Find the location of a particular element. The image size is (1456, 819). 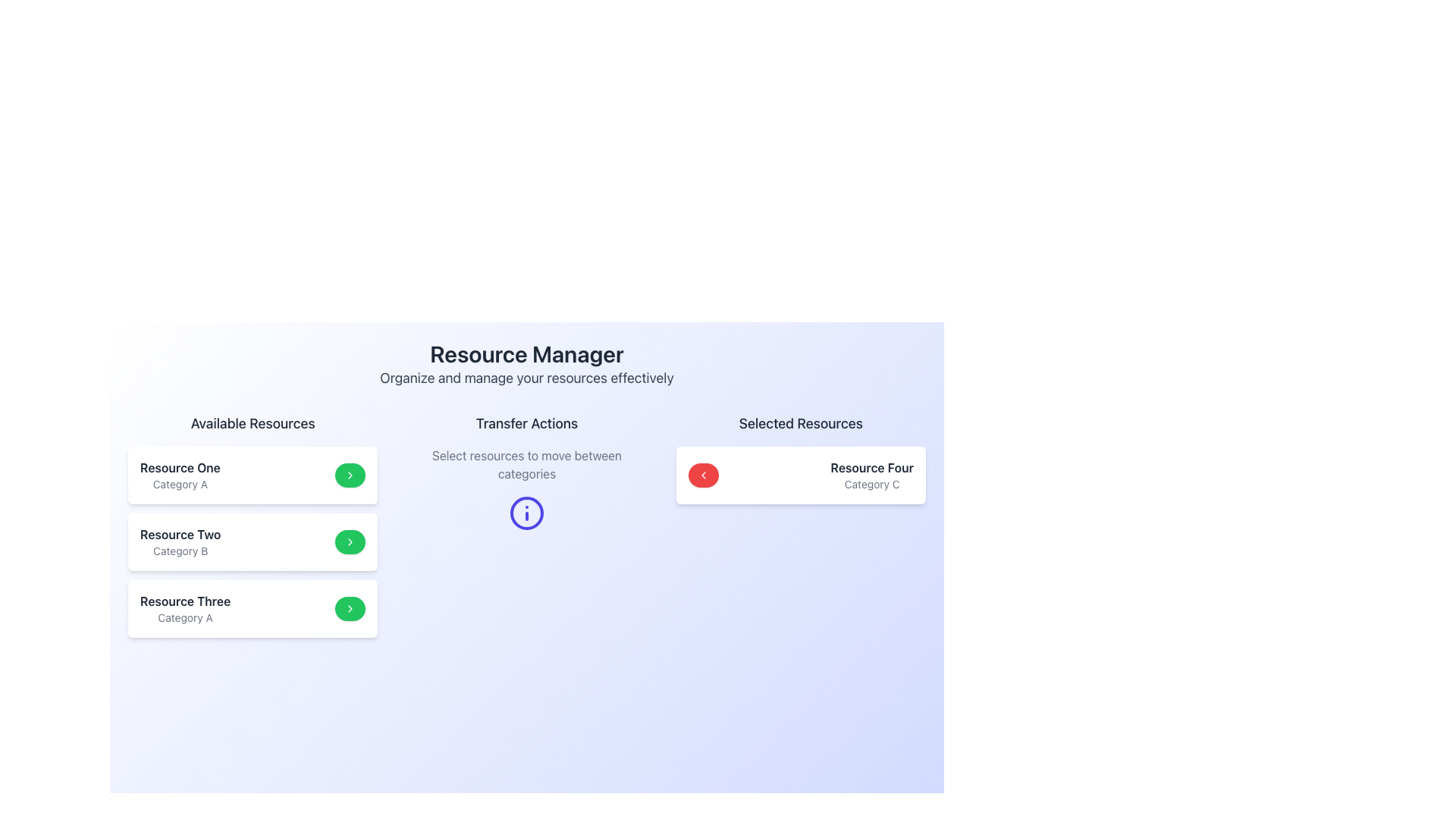

the text label that reads 'Category B', which is styled in gray and located below the title 'Resource Two' in the second panel of the 'Available Resources' section is located at coordinates (180, 551).